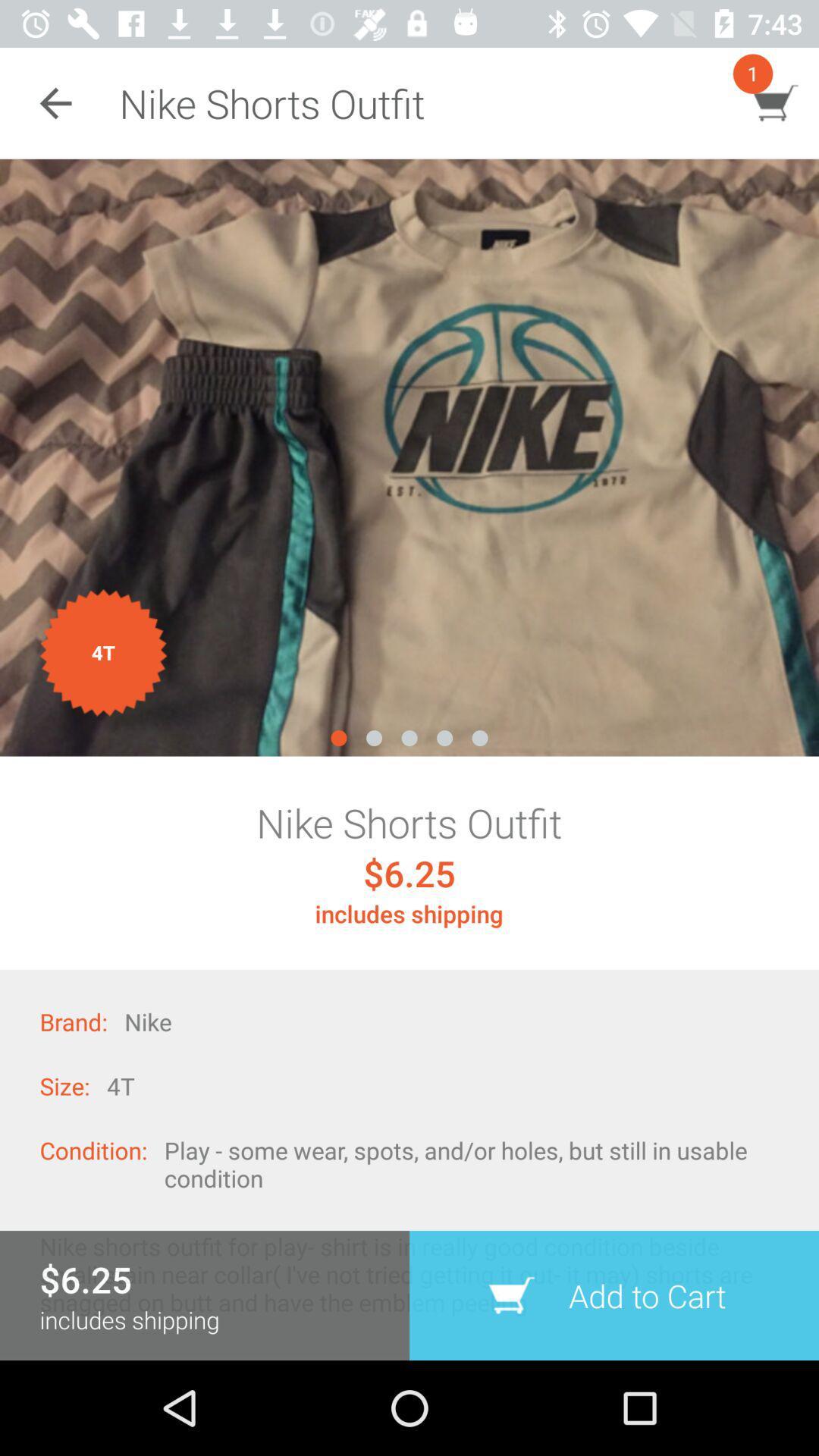 Image resolution: width=819 pixels, height=1456 pixels. Describe the element at coordinates (409, 457) in the screenshot. I see `product photos` at that location.